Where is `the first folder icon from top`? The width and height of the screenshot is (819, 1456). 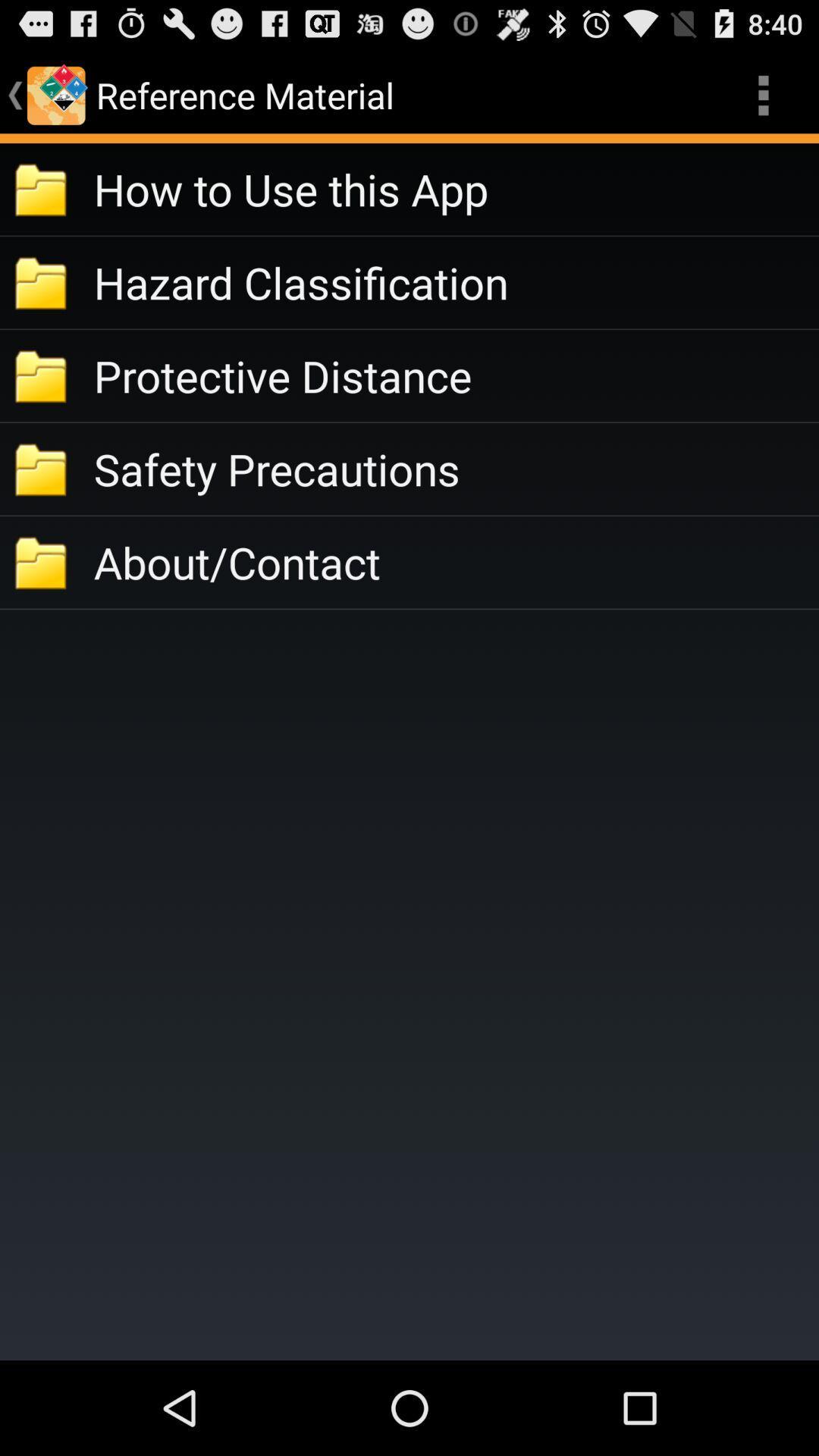 the first folder icon from top is located at coordinates (42, 188).